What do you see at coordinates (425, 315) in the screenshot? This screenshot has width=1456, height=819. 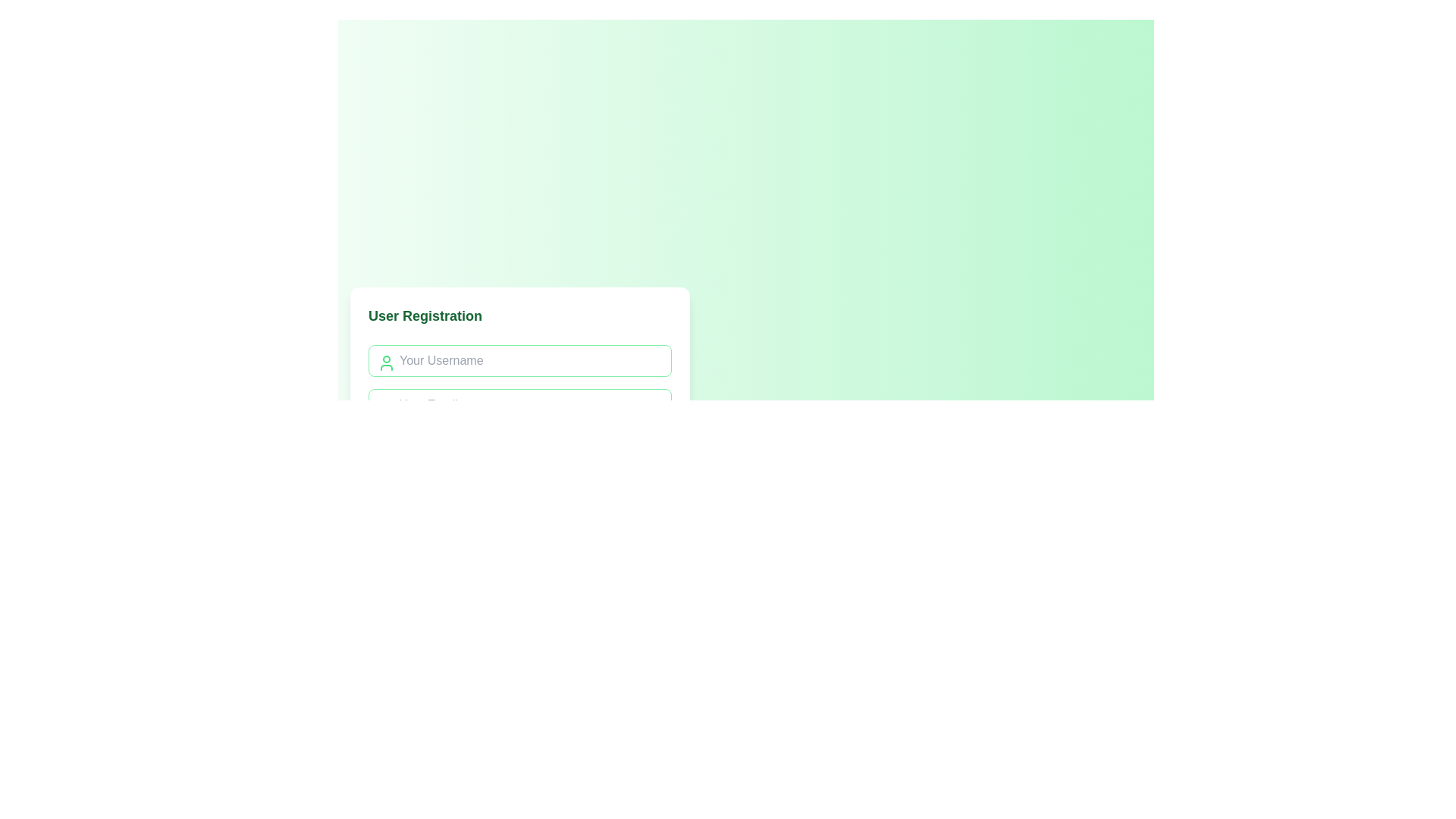 I see `the 'User Registration' text label, which is styled in a larger, bold green font and positioned at the top of a form section` at bounding box center [425, 315].